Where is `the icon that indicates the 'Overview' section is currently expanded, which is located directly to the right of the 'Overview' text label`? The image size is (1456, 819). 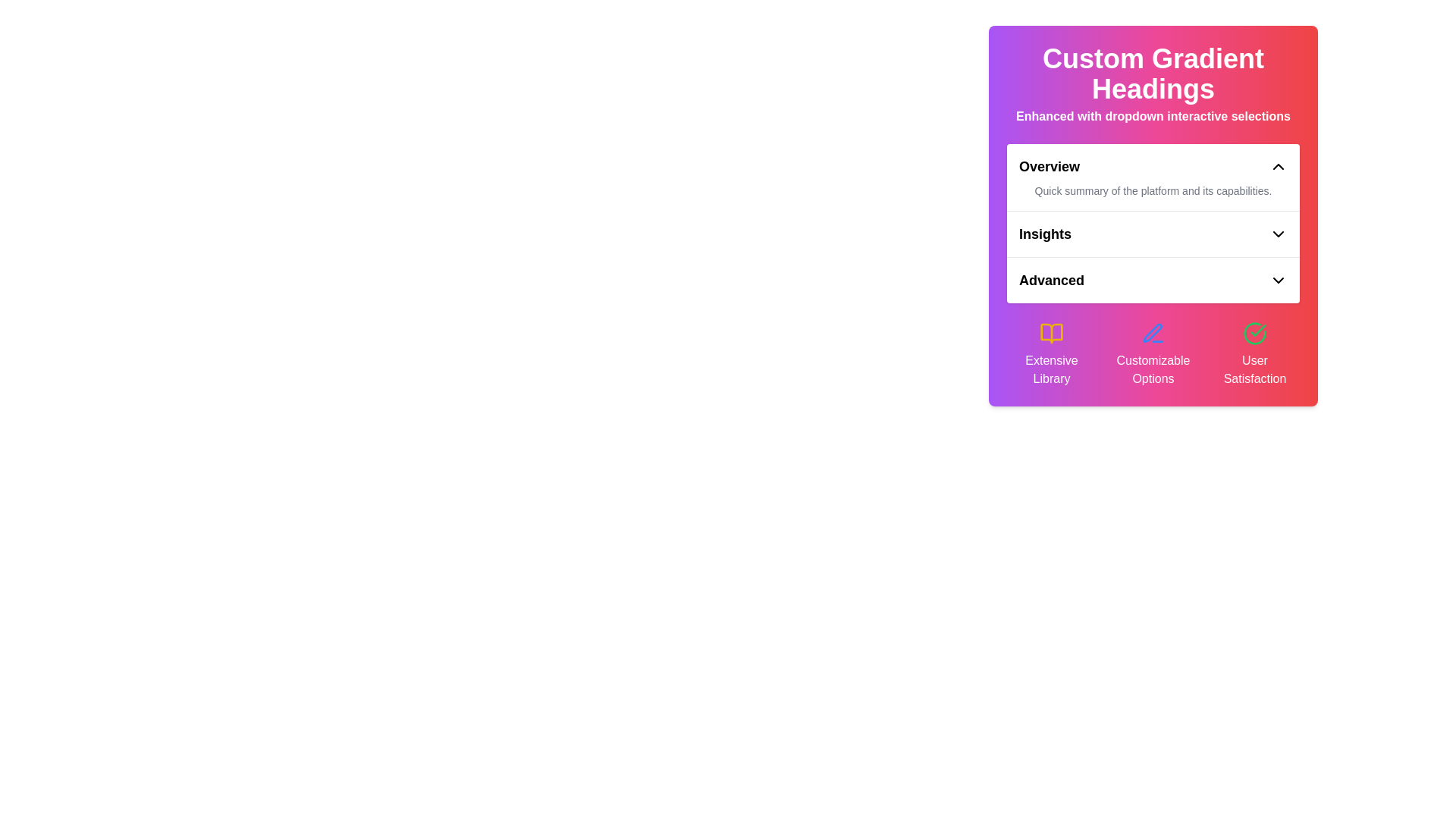 the icon that indicates the 'Overview' section is currently expanded, which is located directly to the right of the 'Overview' text label is located at coordinates (1277, 166).